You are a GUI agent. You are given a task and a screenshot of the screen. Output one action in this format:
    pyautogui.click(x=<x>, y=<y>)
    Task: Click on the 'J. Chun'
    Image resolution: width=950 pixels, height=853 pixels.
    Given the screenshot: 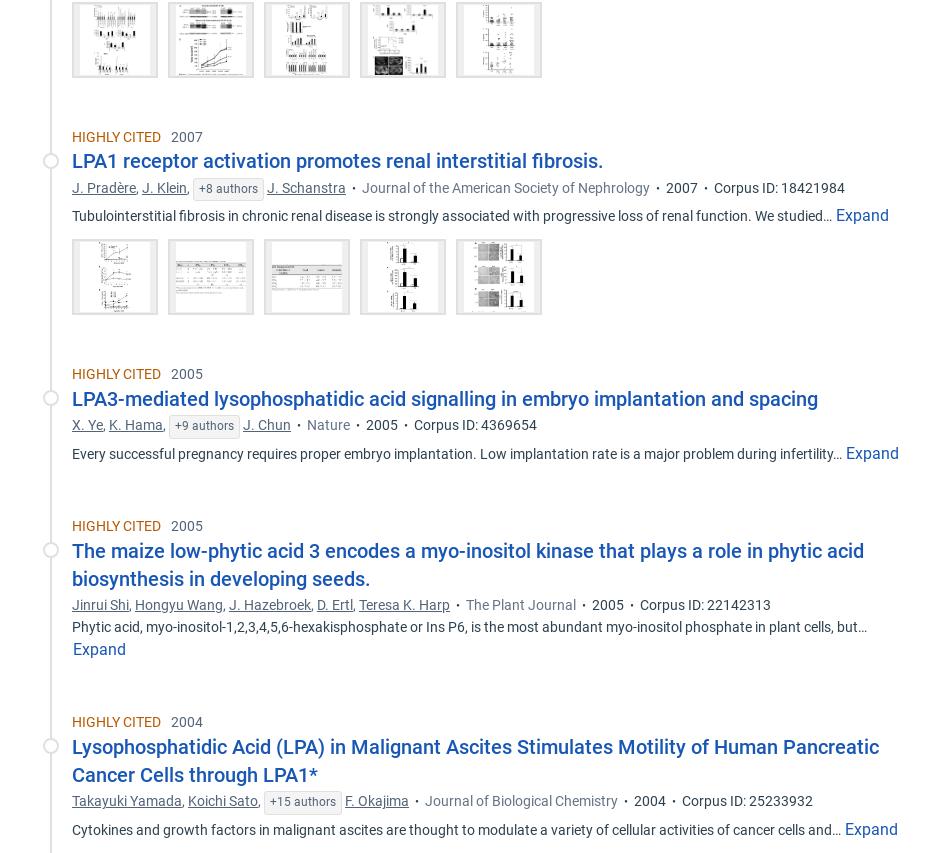 What is the action you would take?
    pyautogui.click(x=266, y=423)
    